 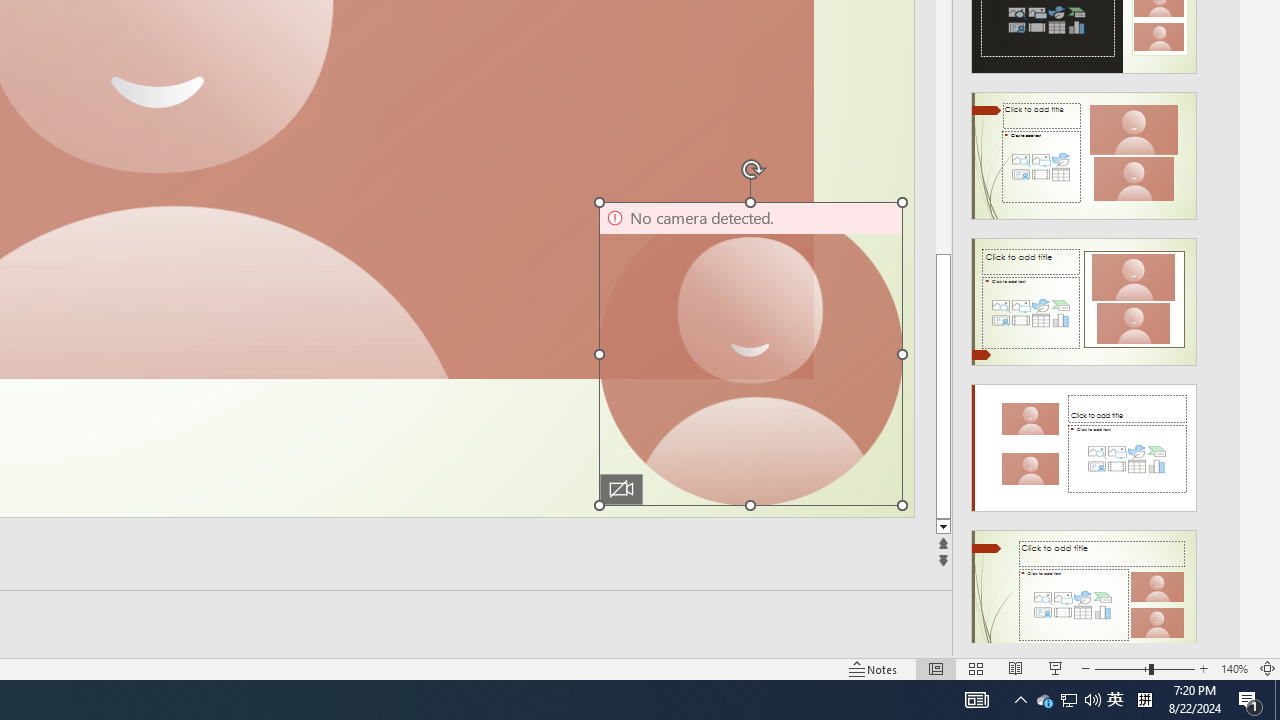 What do you see at coordinates (1203, 669) in the screenshot?
I see `'Zoom In'` at bounding box center [1203, 669].